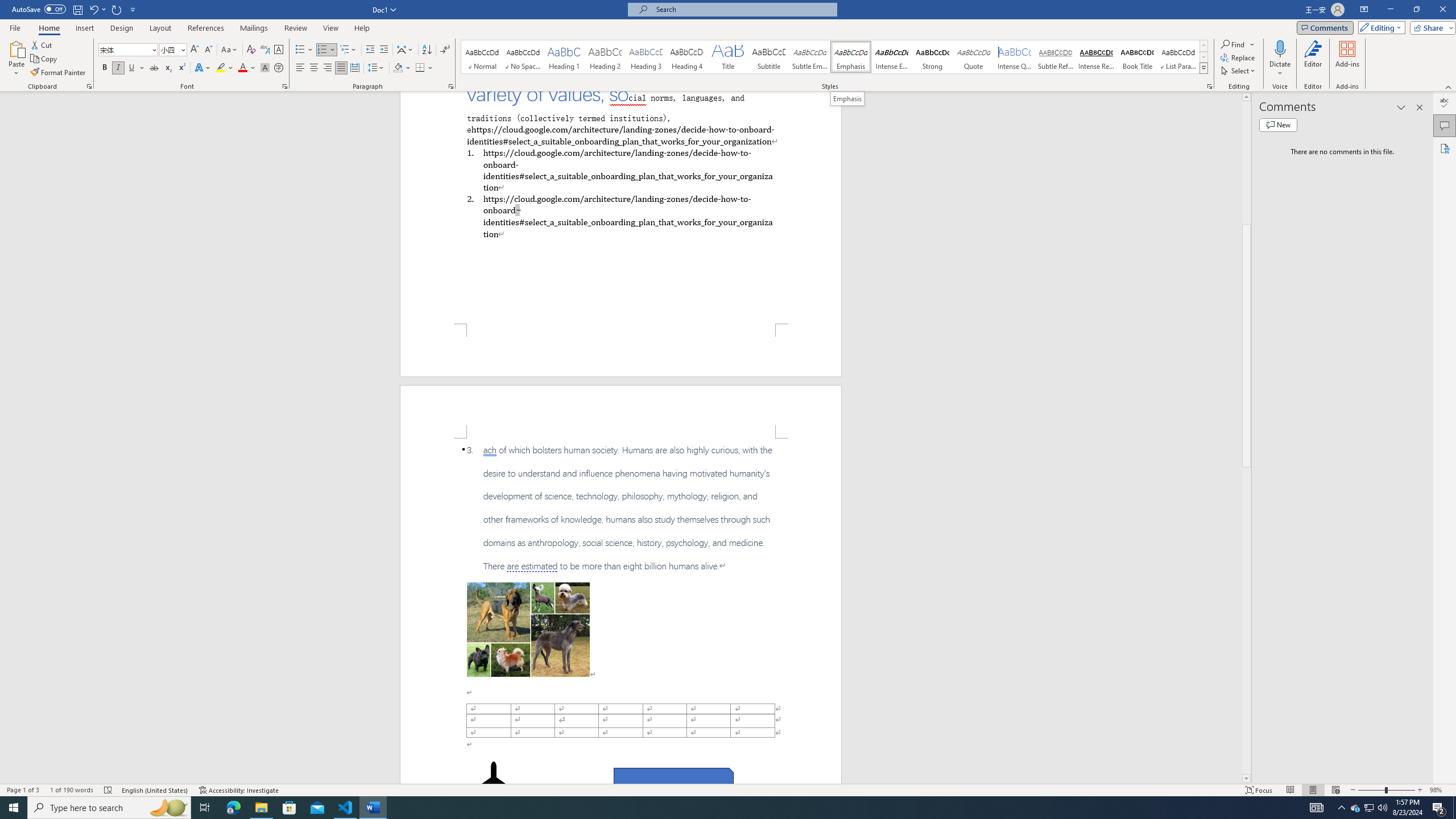 The width and height of the screenshot is (1456, 819). What do you see at coordinates (493, 784) in the screenshot?
I see `'Airplane with solid fill'` at bounding box center [493, 784].